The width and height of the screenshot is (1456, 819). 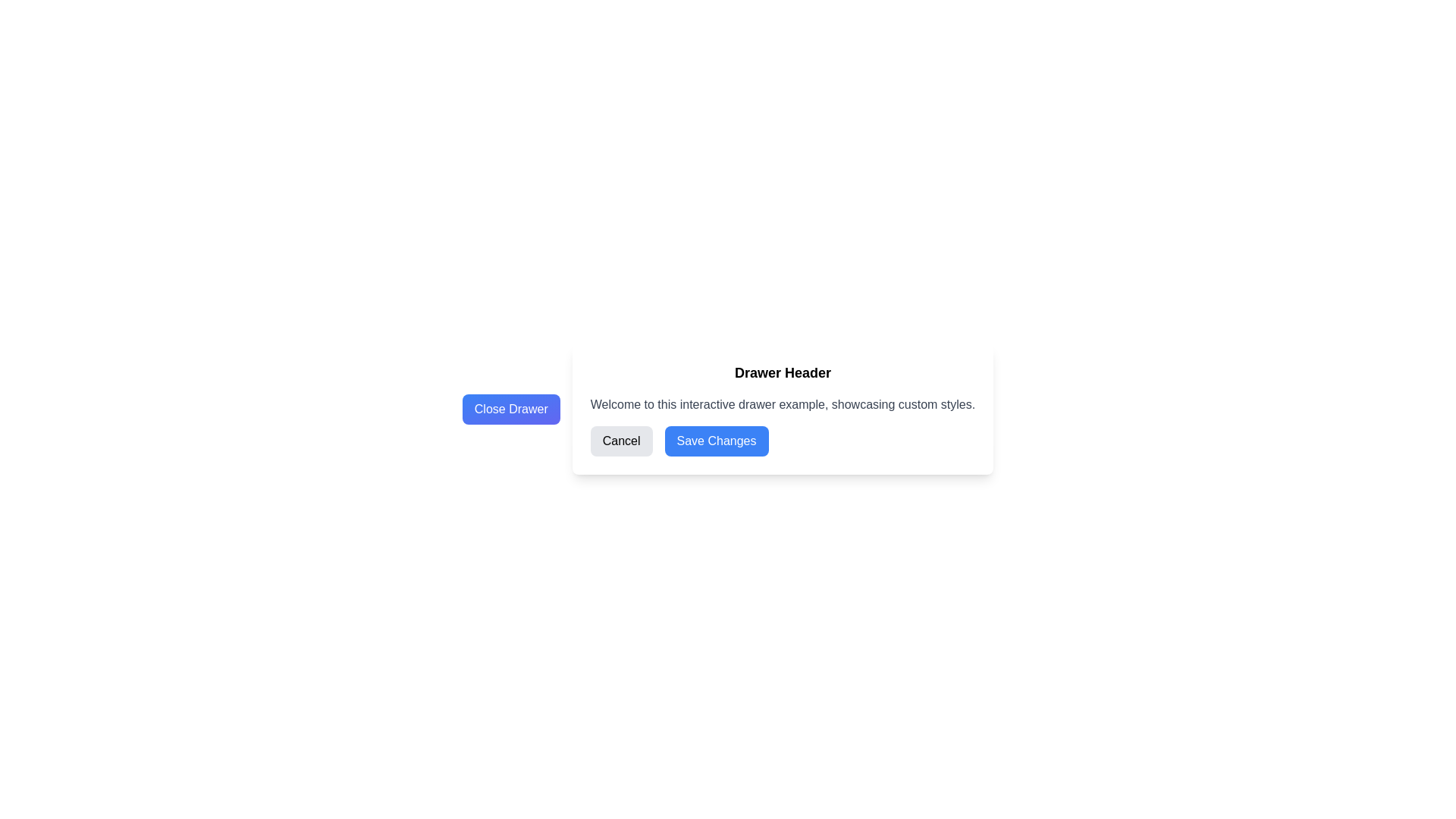 What do you see at coordinates (783, 403) in the screenshot?
I see `the multiline text label that reads 'Welcome to this interactive drawer example, showcasing custom styles', which is styled in subdued gray within a white rounded rectangular background, located below the 'Drawer Header'` at bounding box center [783, 403].